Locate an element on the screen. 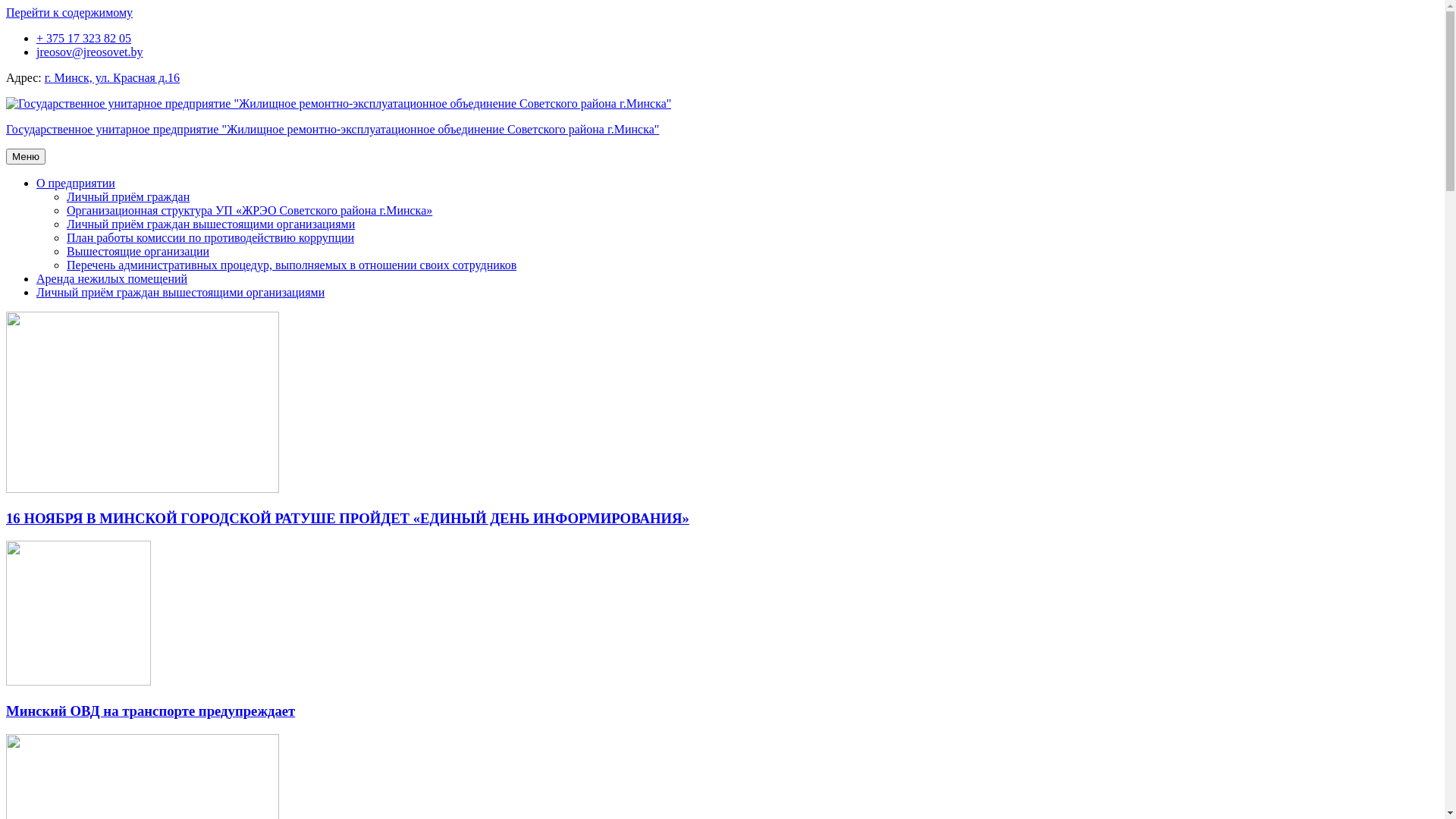 The image size is (1456, 819). '+ 375 17 323 82 05' is located at coordinates (83, 37).